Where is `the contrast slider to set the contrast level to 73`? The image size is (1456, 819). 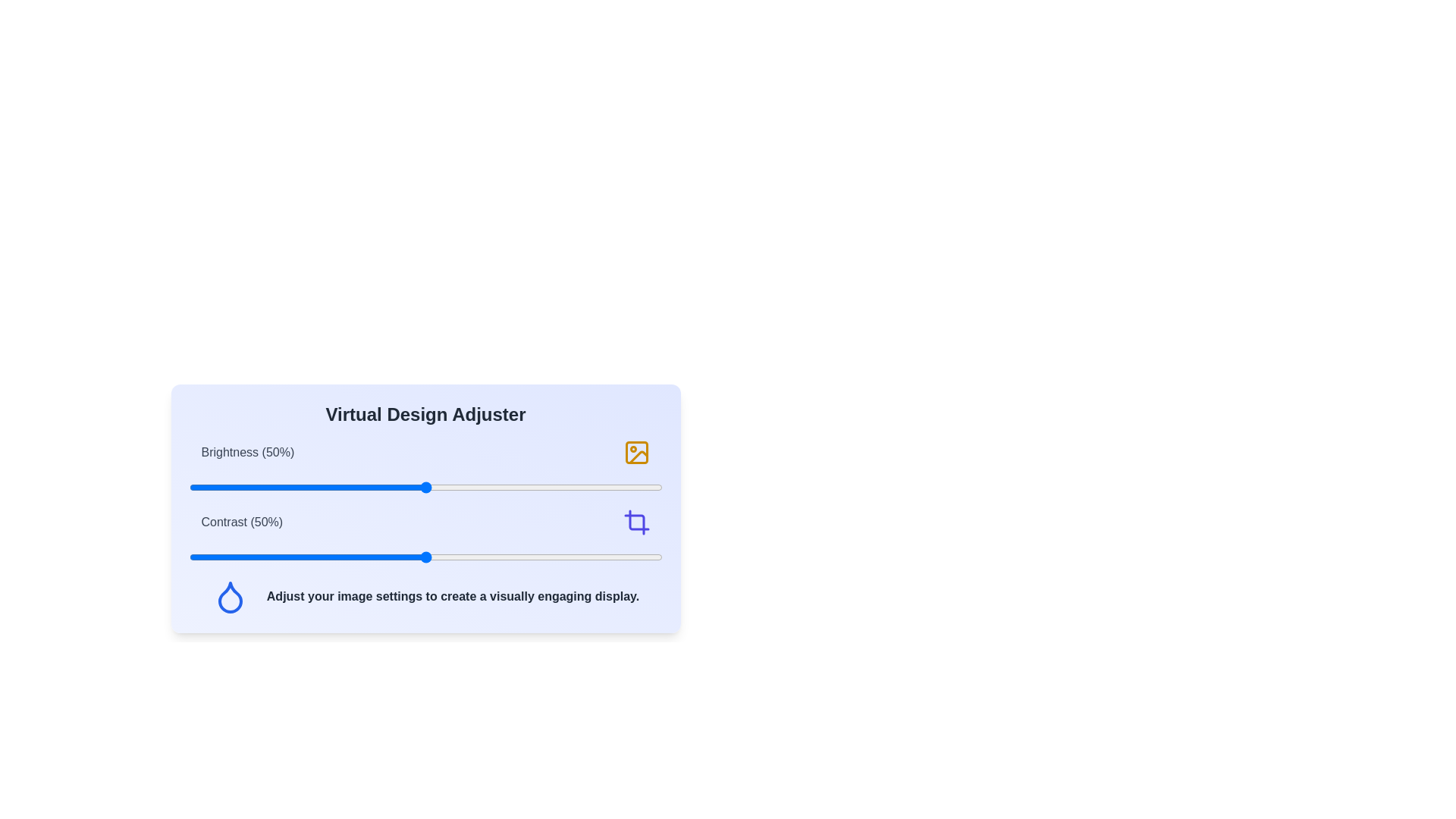 the contrast slider to set the contrast level to 73 is located at coordinates (535, 557).